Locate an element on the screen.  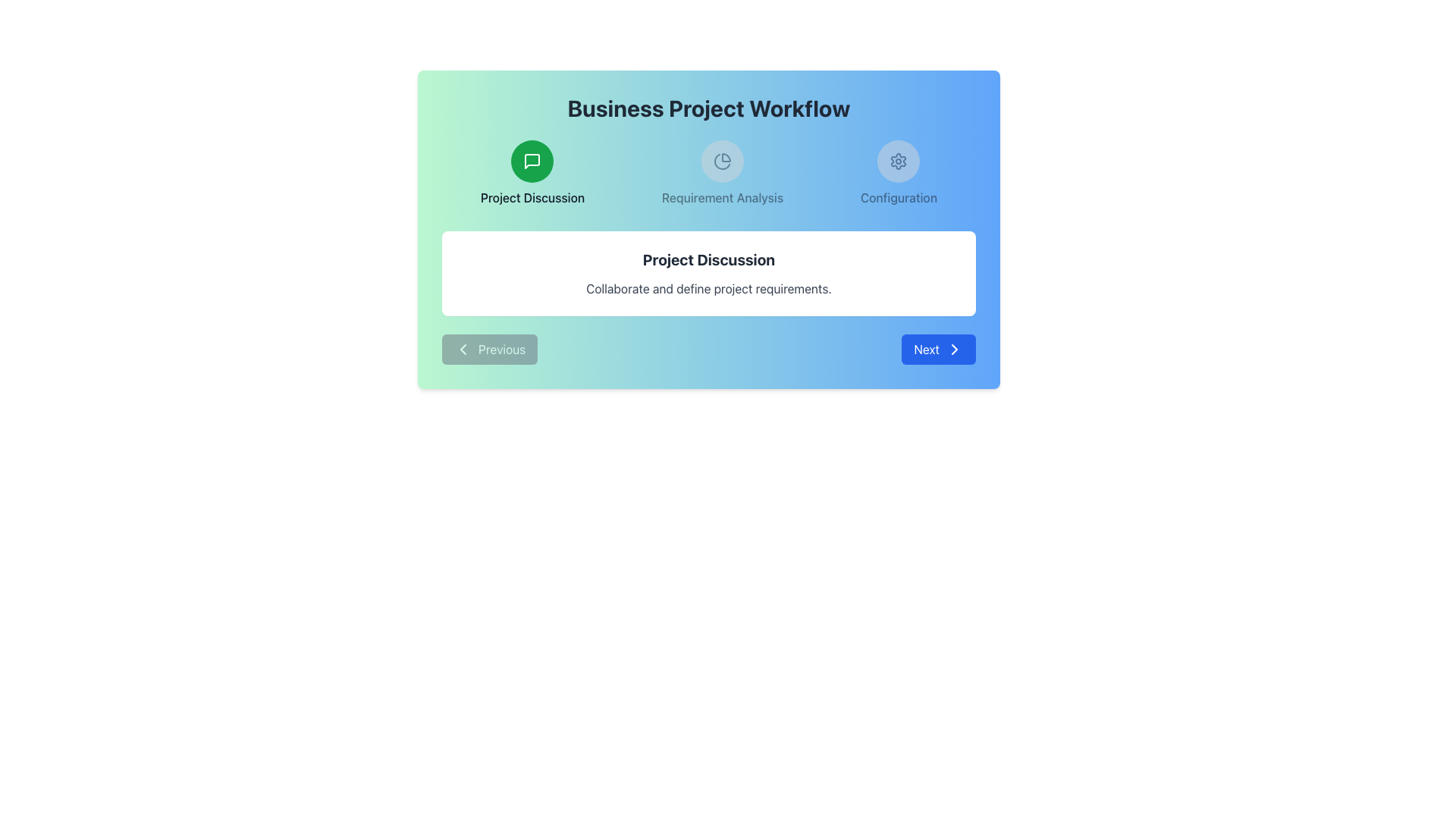
the textual label displaying 'Project Discussion', which is positioned below a green circular icon and serves as an explanation for it is located at coordinates (532, 197).